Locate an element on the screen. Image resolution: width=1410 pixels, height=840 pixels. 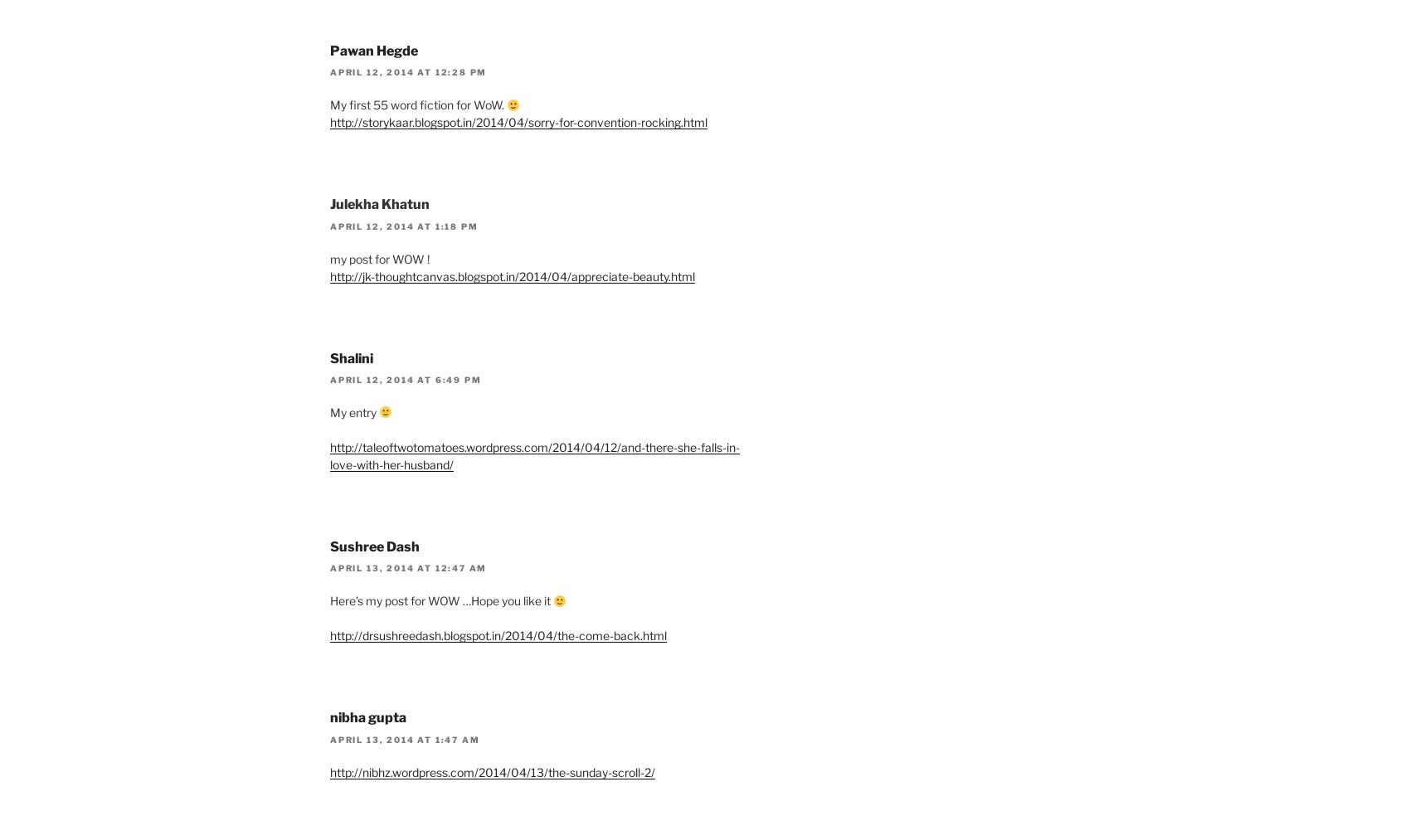
'My entry' is located at coordinates (354, 410).